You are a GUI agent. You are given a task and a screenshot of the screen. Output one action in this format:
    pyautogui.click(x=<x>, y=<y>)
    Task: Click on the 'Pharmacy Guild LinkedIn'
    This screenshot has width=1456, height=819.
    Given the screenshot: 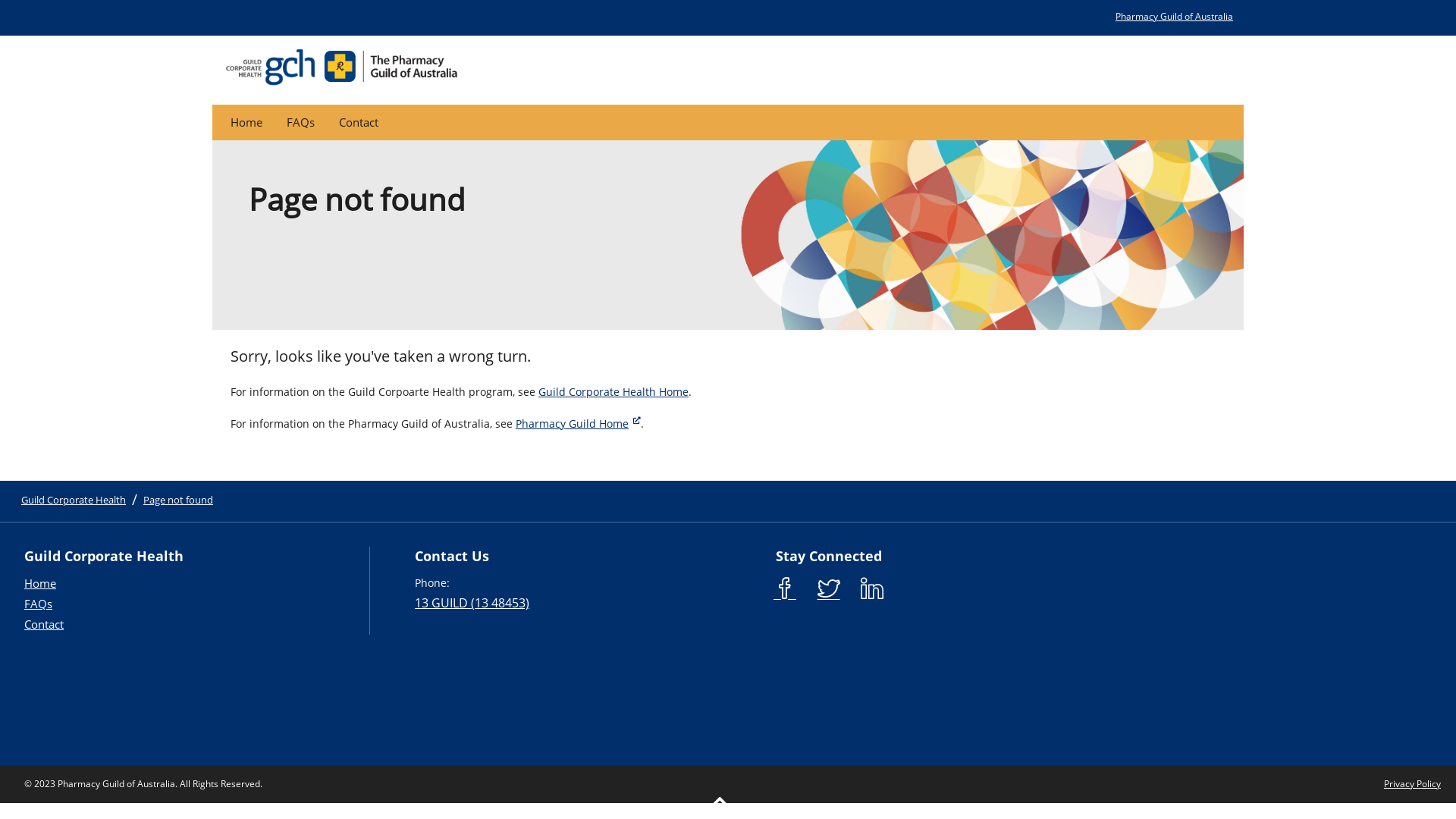 What is the action you would take?
    pyautogui.click(x=872, y=587)
    